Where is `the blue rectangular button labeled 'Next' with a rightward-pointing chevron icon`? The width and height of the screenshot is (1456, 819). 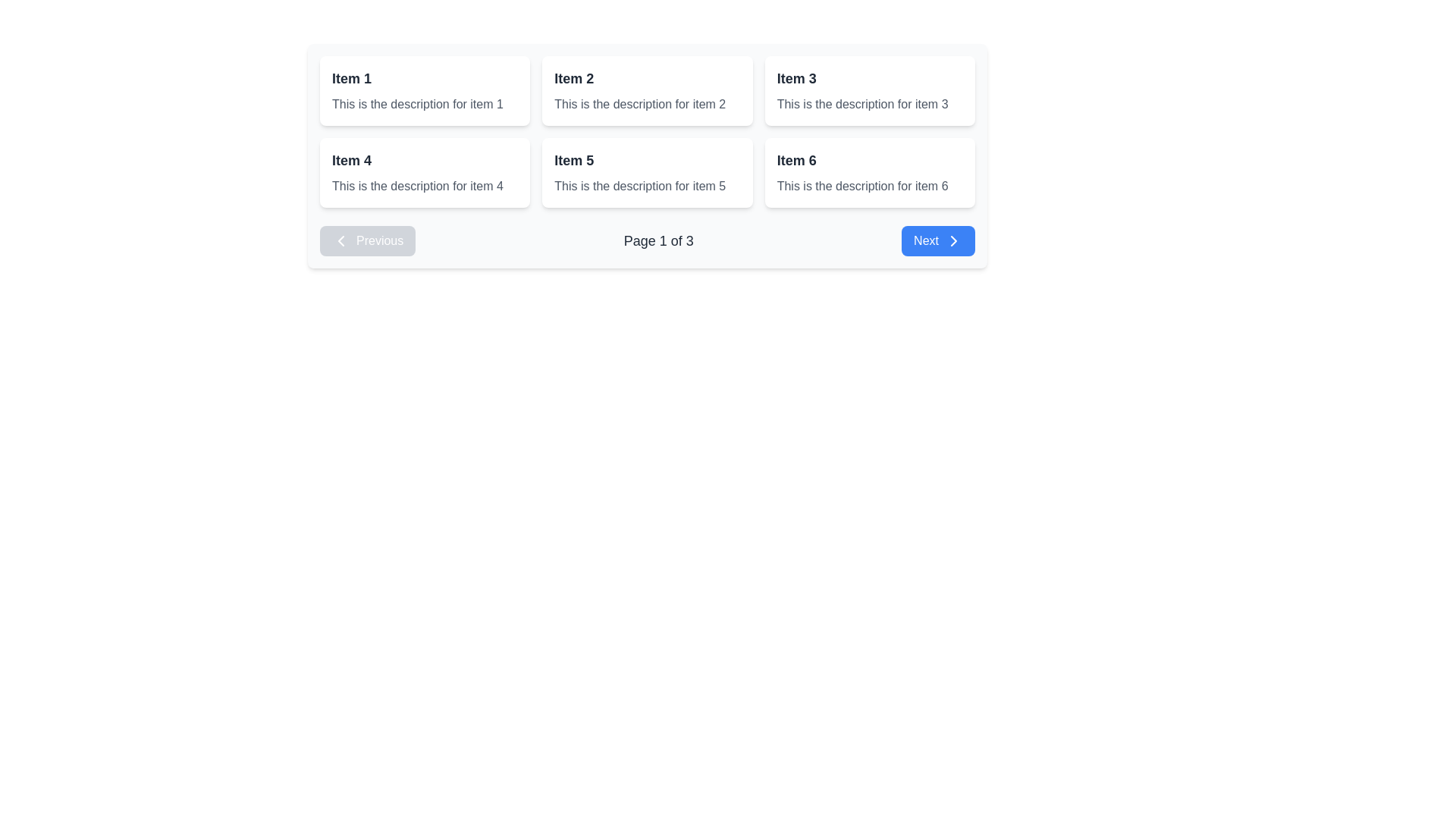 the blue rectangular button labeled 'Next' with a rightward-pointing chevron icon is located at coordinates (937, 240).